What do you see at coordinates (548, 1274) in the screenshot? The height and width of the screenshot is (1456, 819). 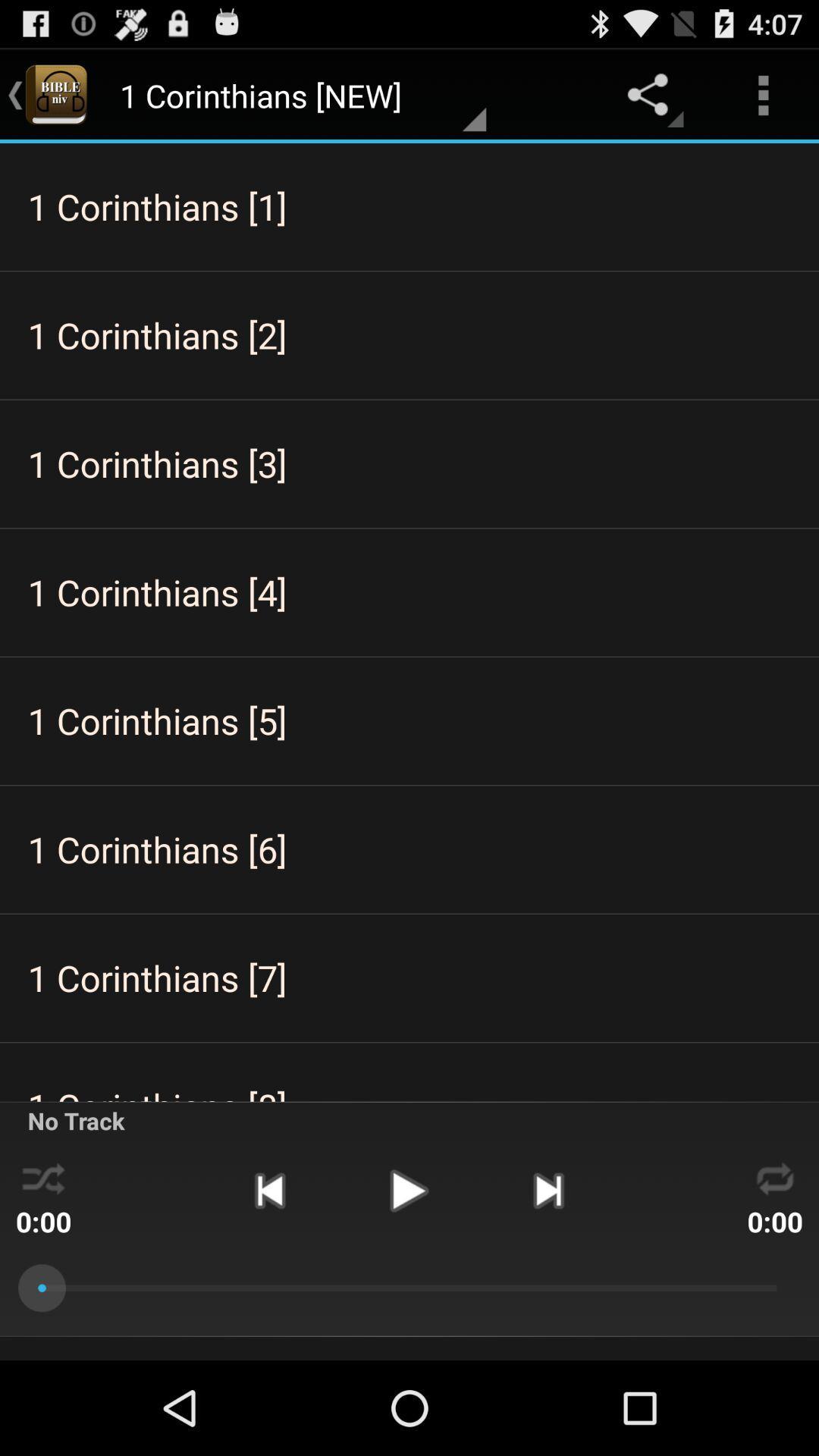 I see `the skip_next icon` at bounding box center [548, 1274].